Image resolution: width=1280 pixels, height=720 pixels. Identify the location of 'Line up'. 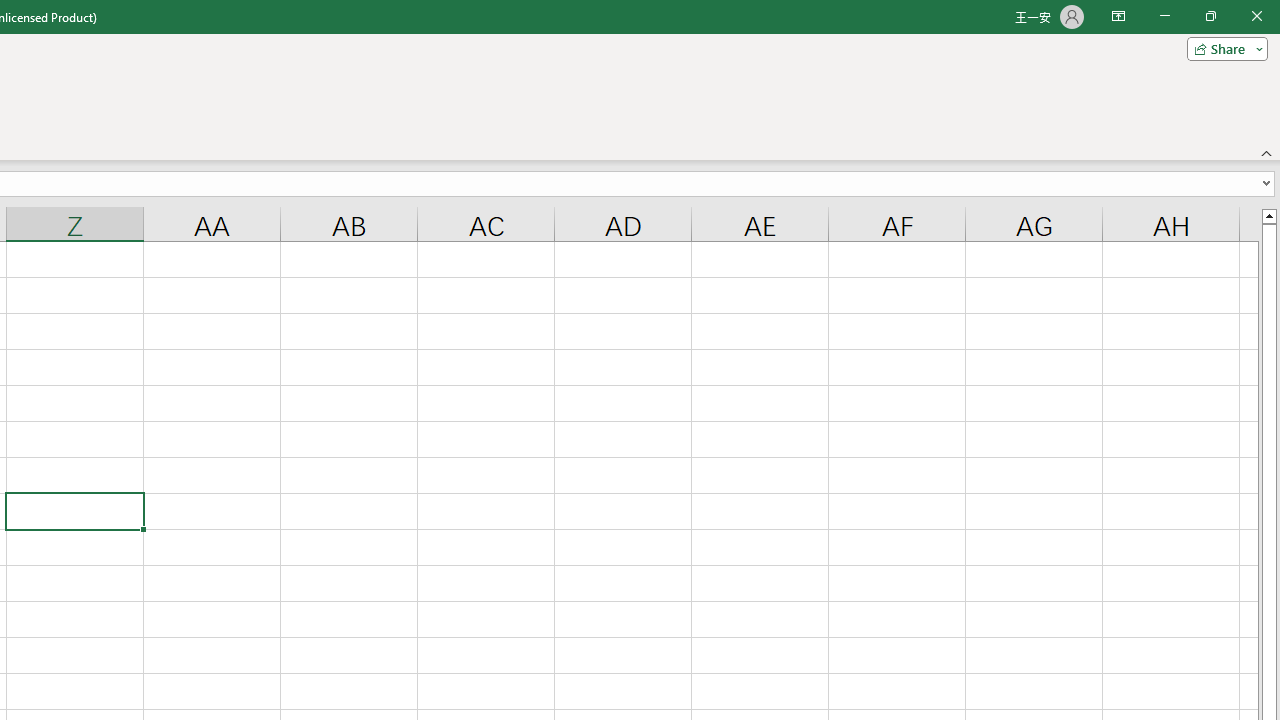
(1268, 215).